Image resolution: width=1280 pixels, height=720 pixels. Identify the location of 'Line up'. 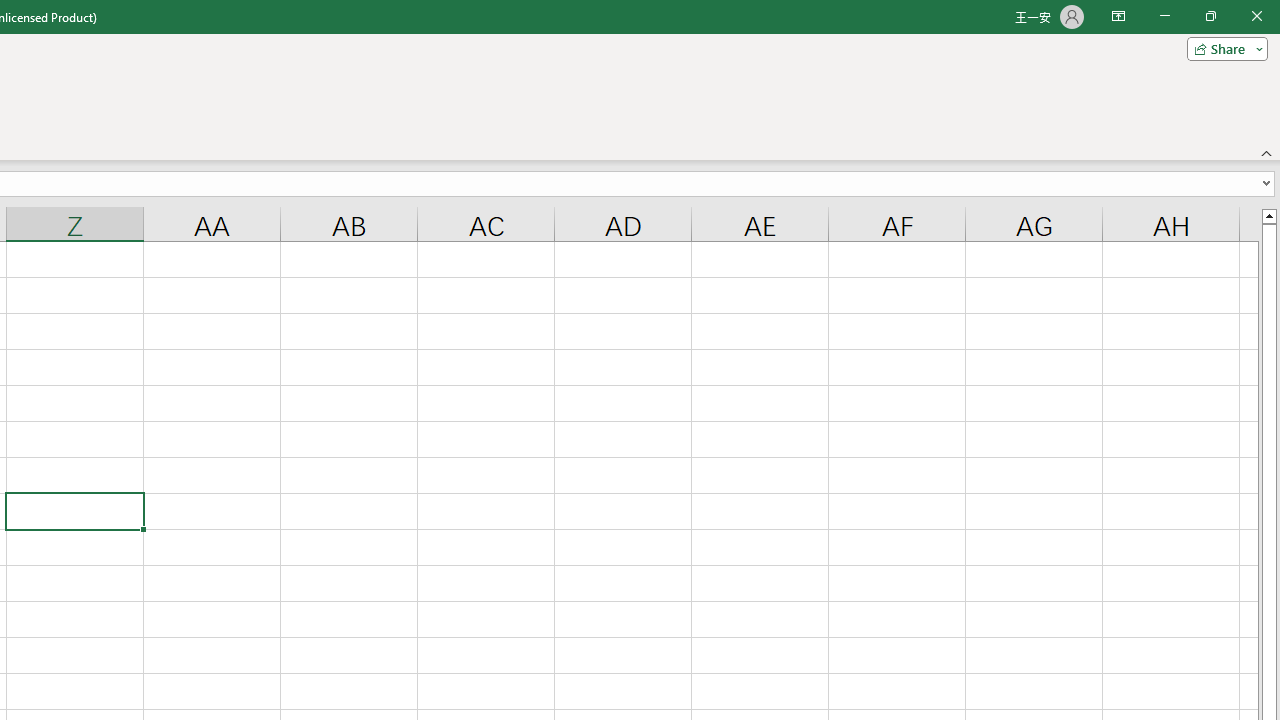
(1268, 215).